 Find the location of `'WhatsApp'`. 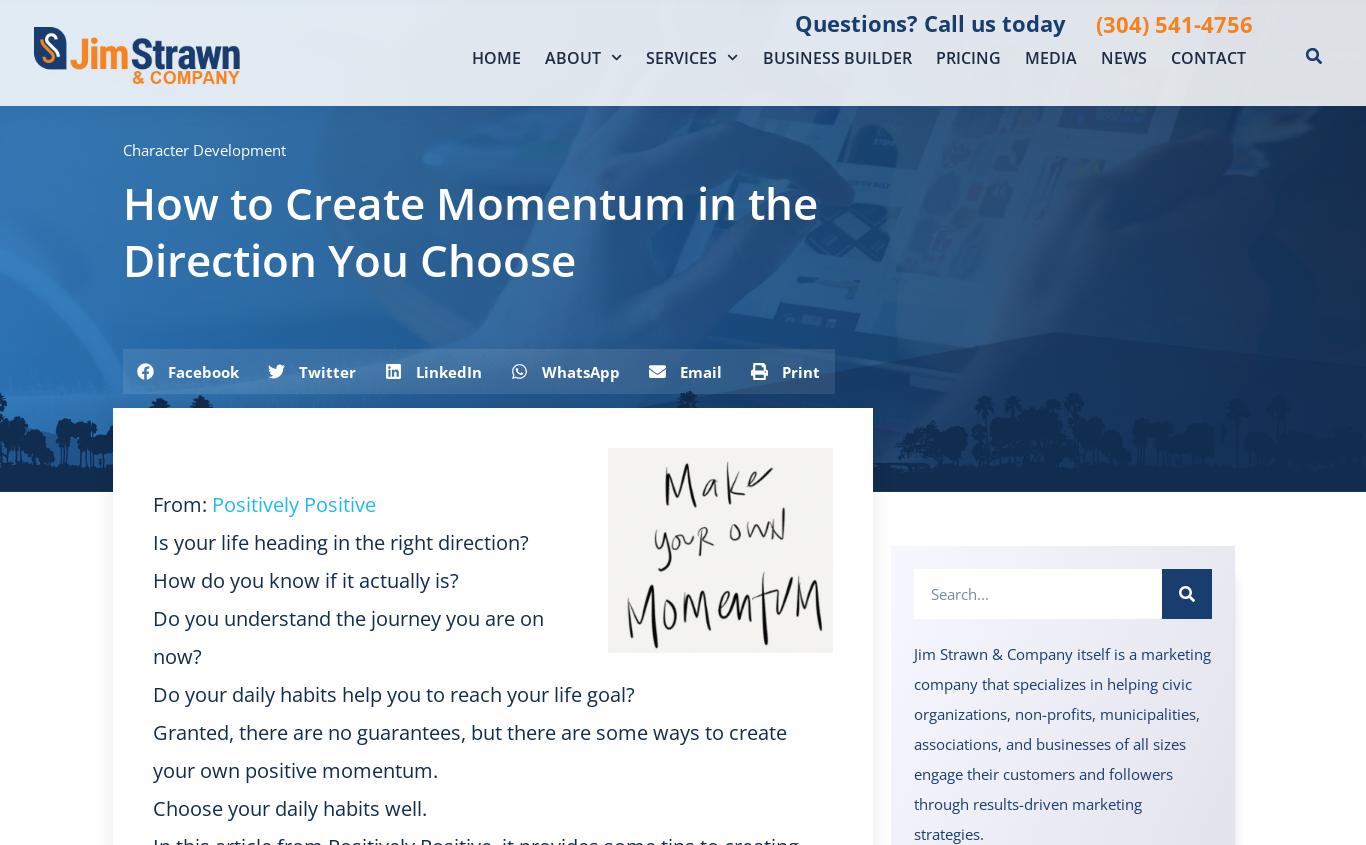

'WhatsApp' is located at coordinates (579, 370).